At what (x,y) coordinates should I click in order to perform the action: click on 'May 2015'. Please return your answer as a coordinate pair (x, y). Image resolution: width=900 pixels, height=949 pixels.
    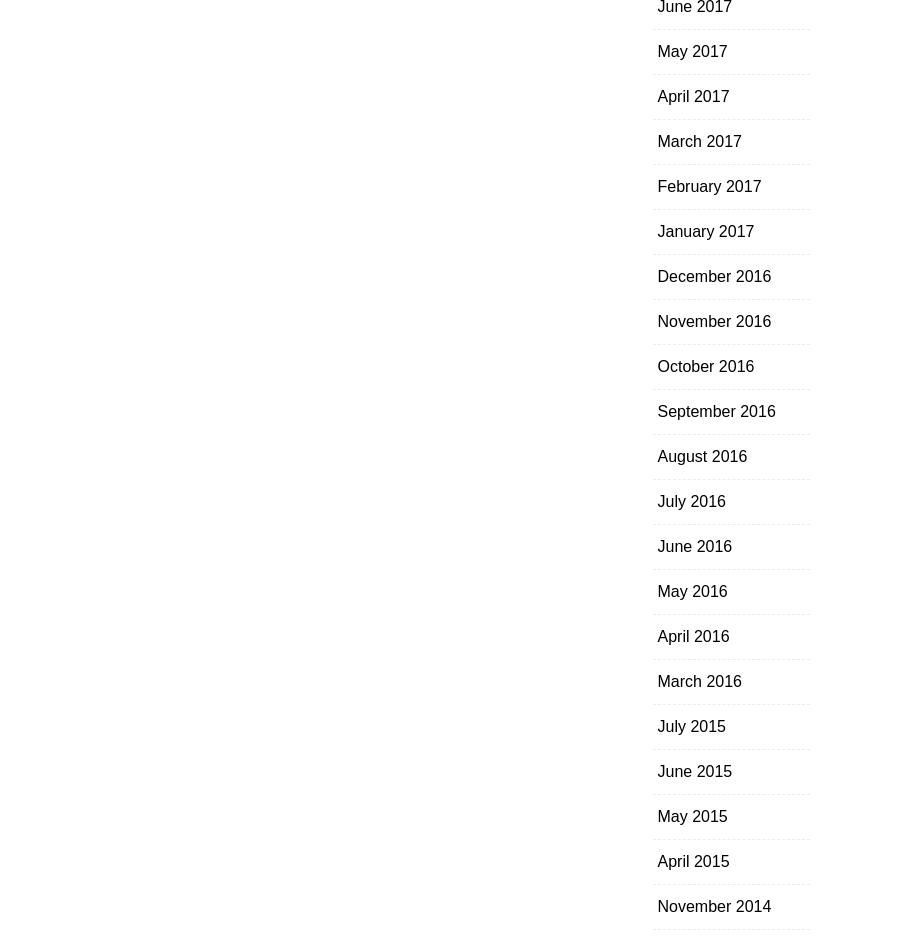
    Looking at the image, I should click on (691, 815).